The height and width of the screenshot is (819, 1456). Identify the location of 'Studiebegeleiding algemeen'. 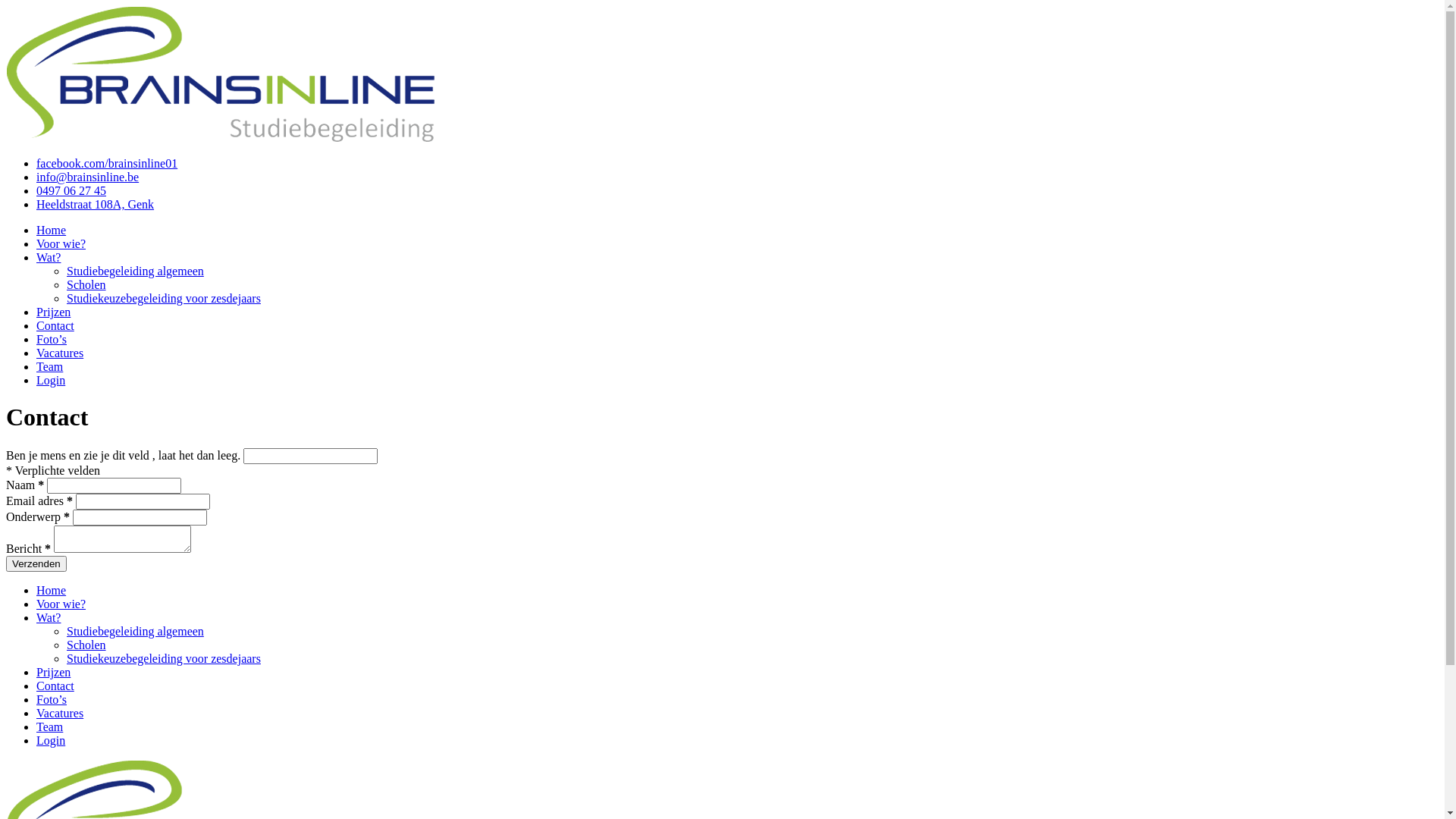
(135, 270).